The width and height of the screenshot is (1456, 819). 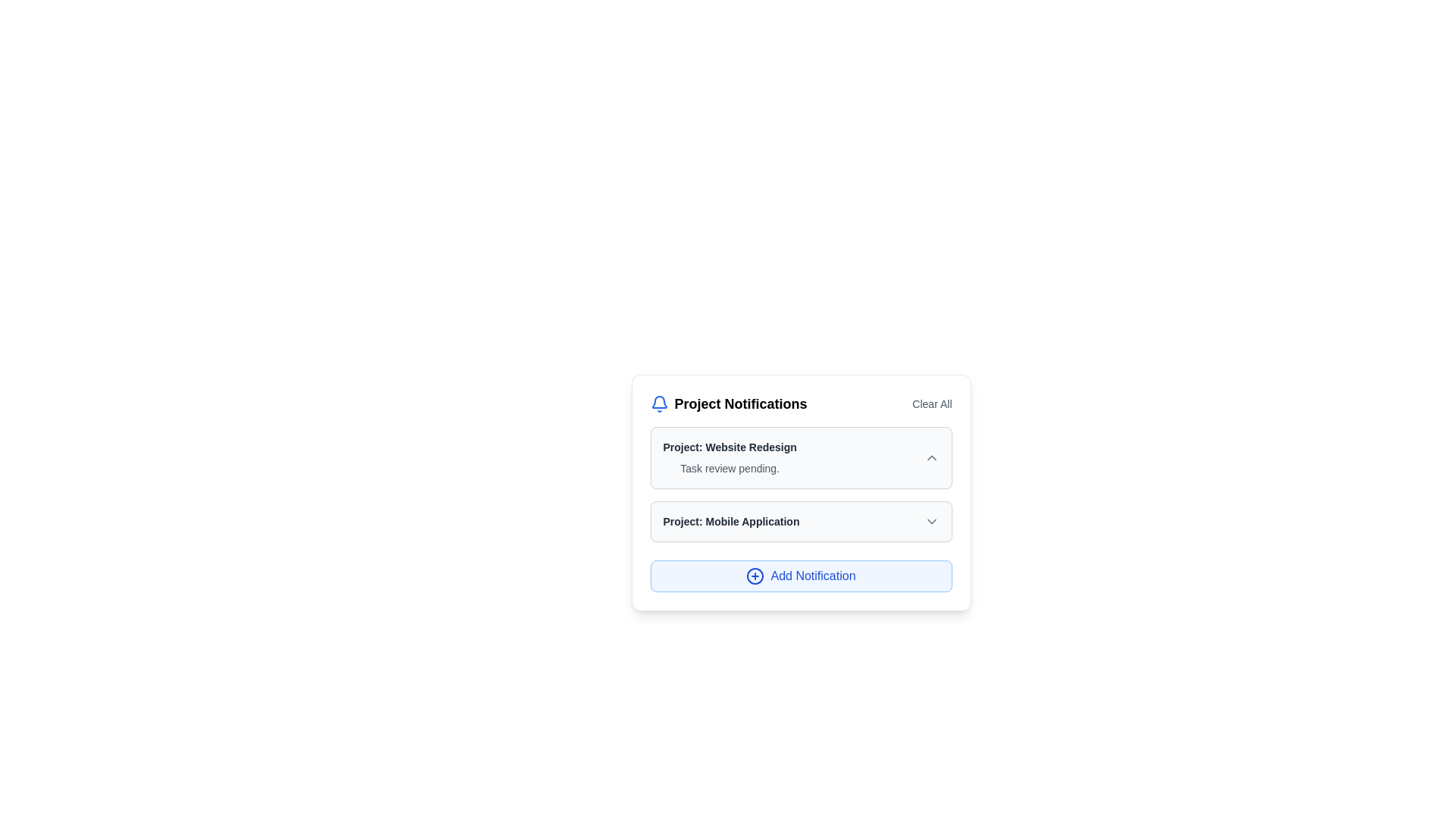 What do you see at coordinates (730, 447) in the screenshot?
I see `the title text of the project notification located in the 'Project Notifications' card, which is positioned above the 'Task review pending' text` at bounding box center [730, 447].